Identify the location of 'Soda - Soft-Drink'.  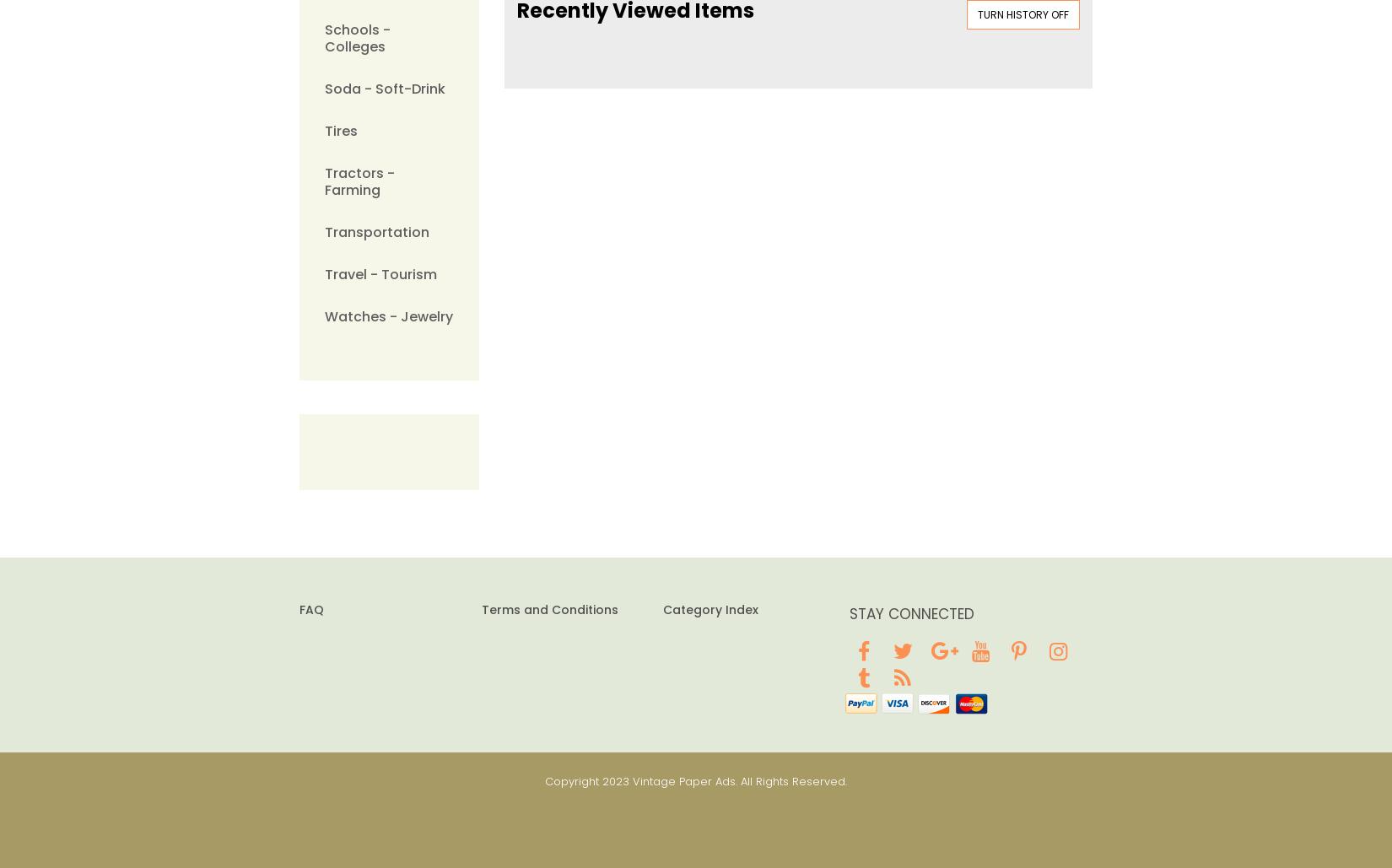
(384, 88).